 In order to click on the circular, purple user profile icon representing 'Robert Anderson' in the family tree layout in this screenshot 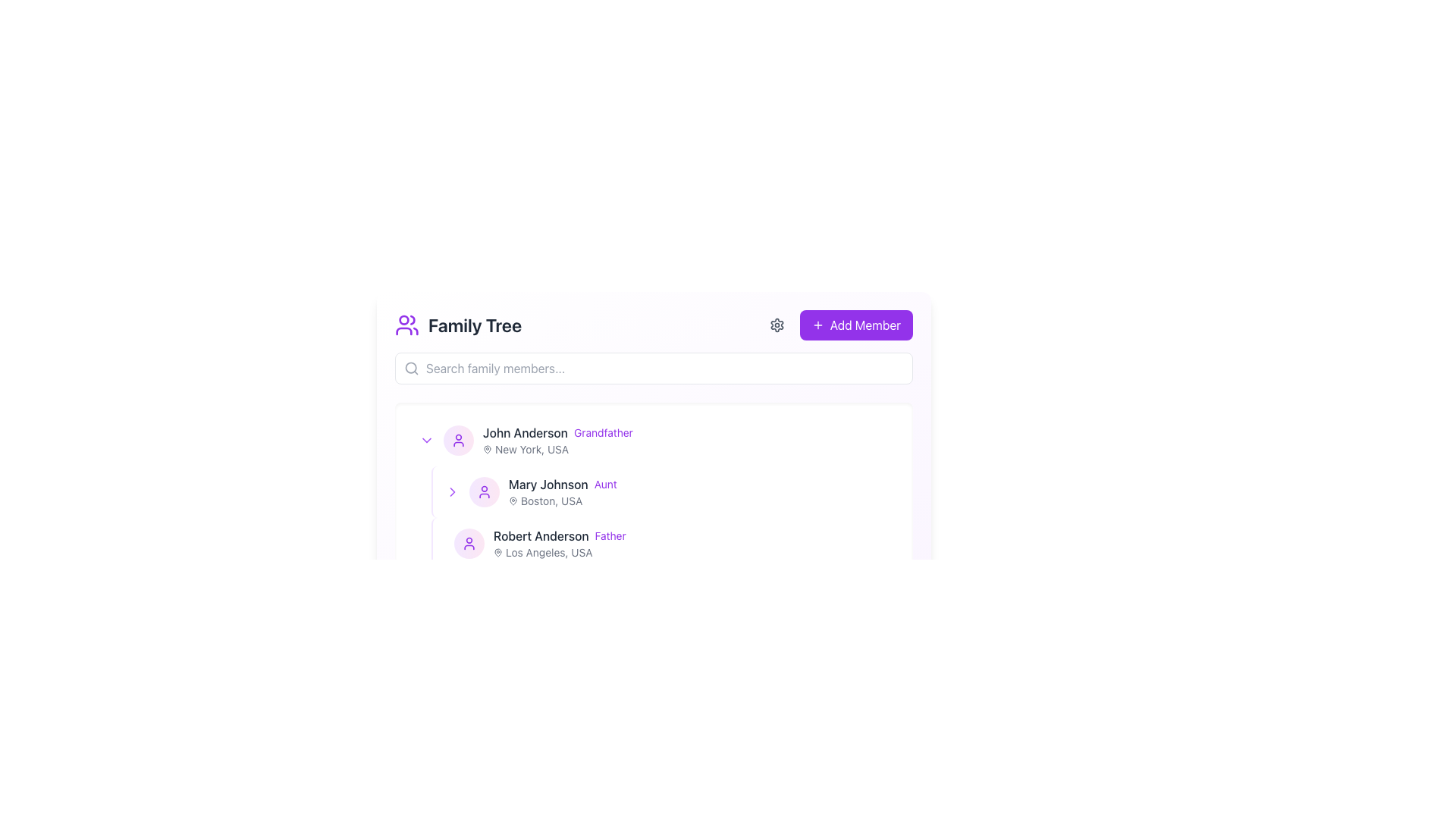, I will do `click(469, 543)`.